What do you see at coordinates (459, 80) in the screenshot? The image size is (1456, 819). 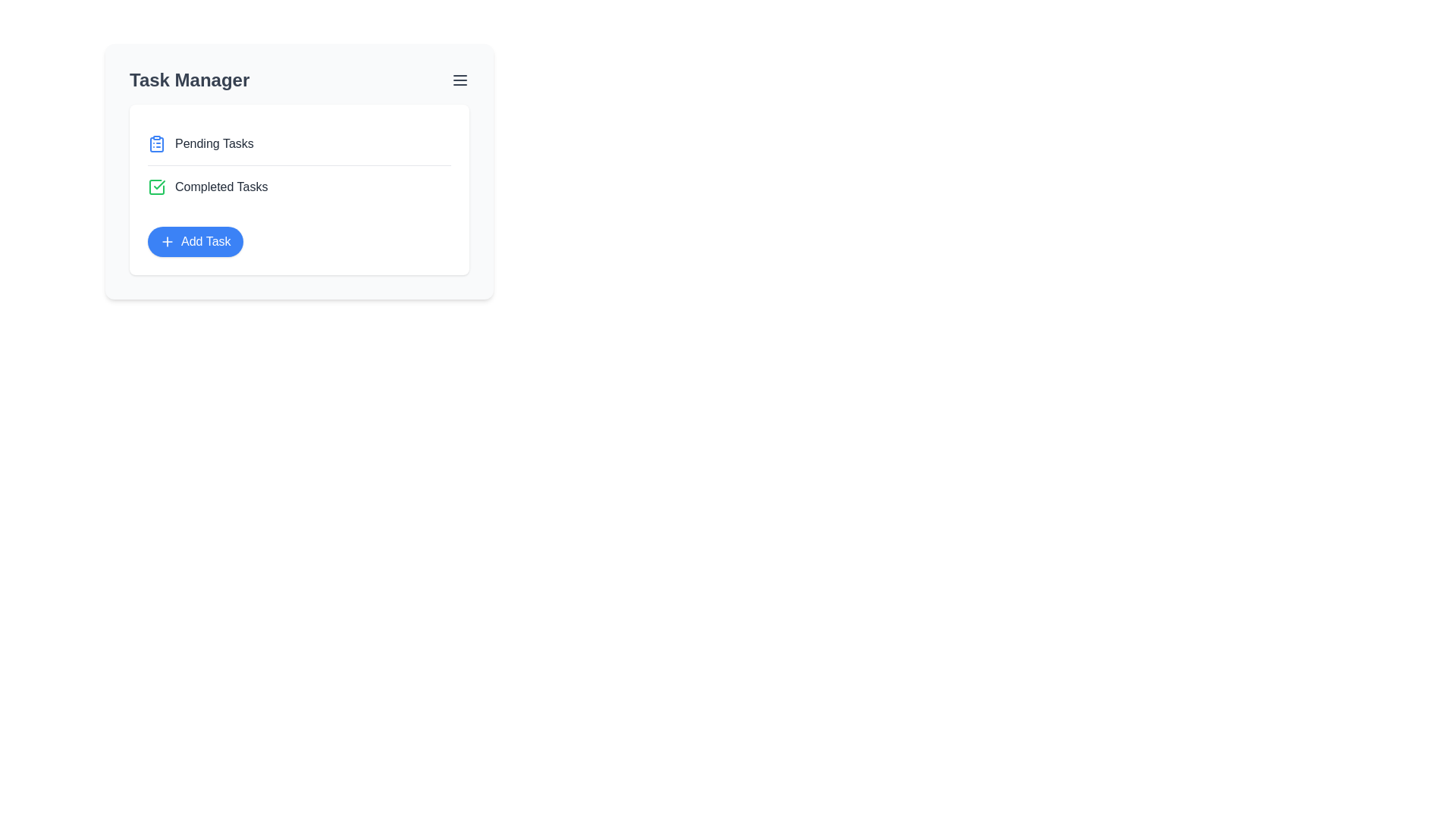 I see `the menu button to toggle the menu visibility` at bounding box center [459, 80].